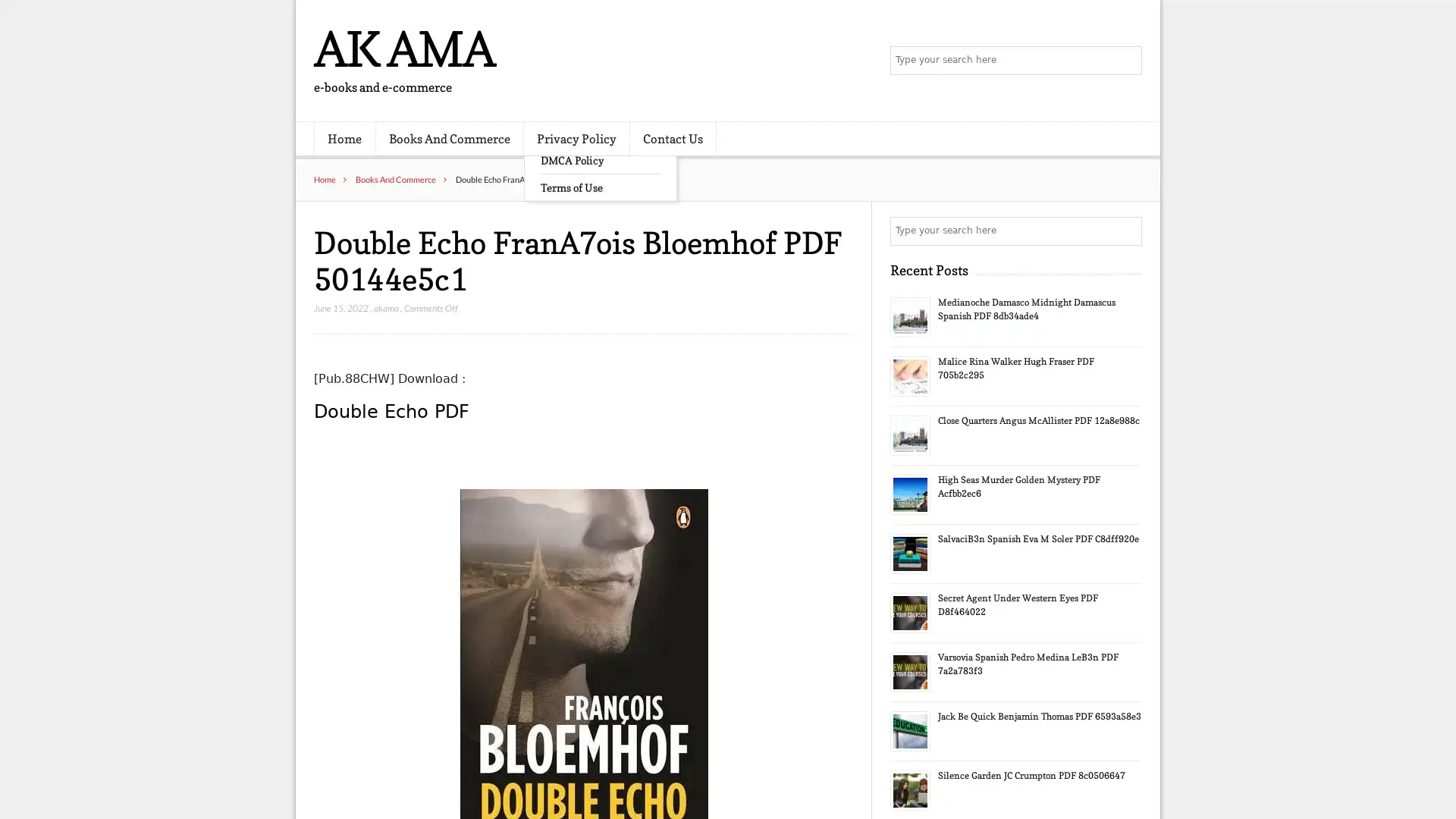 The image size is (1456, 819). Describe the element at coordinates (1126, 231) in the screenshot. I see `Search` at that location.